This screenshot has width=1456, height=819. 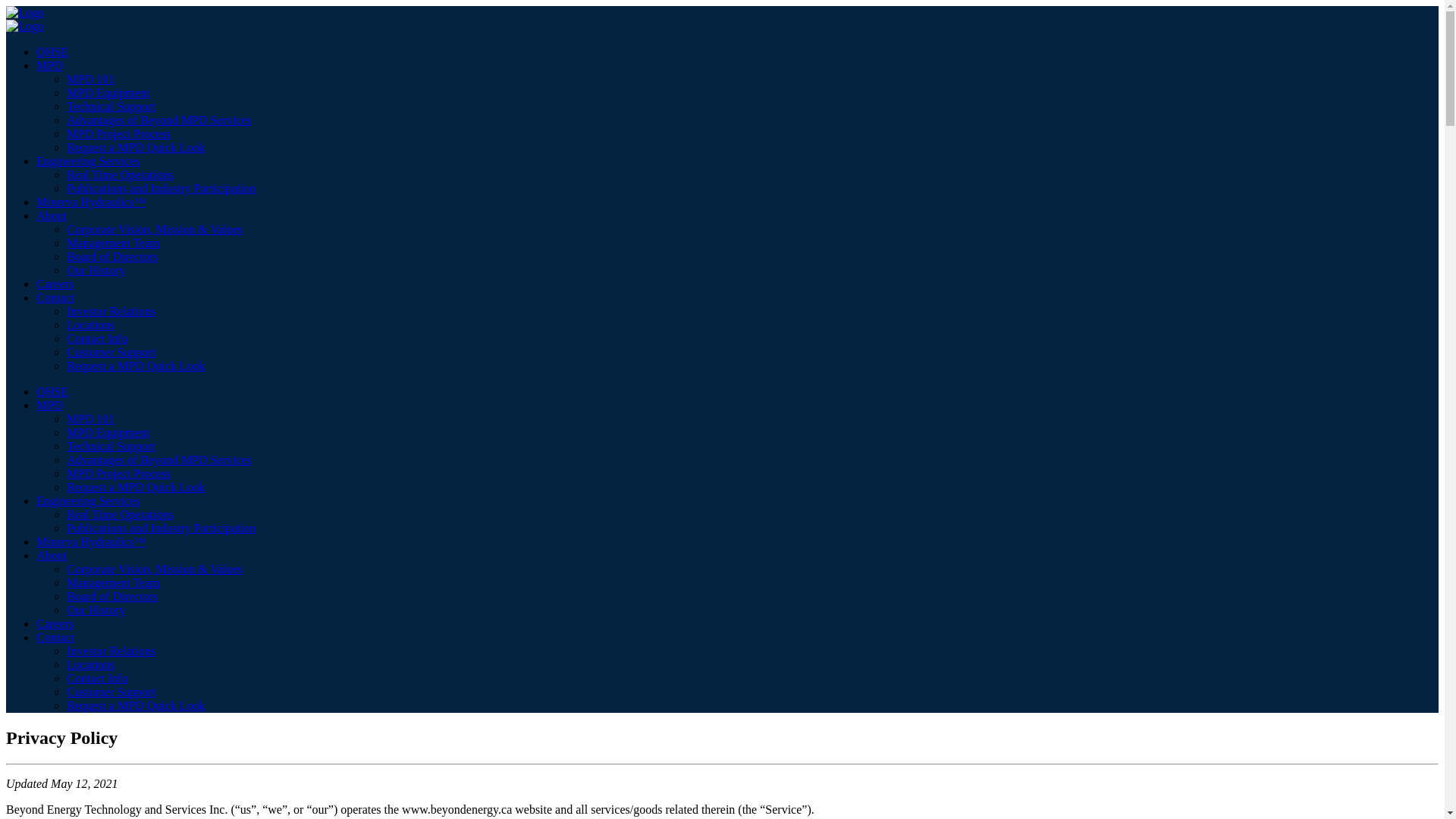 What do you see at coordinates (65, 174) in the screenshot?
I see `'Real Time Operations'` at bounding box center [65, 174].